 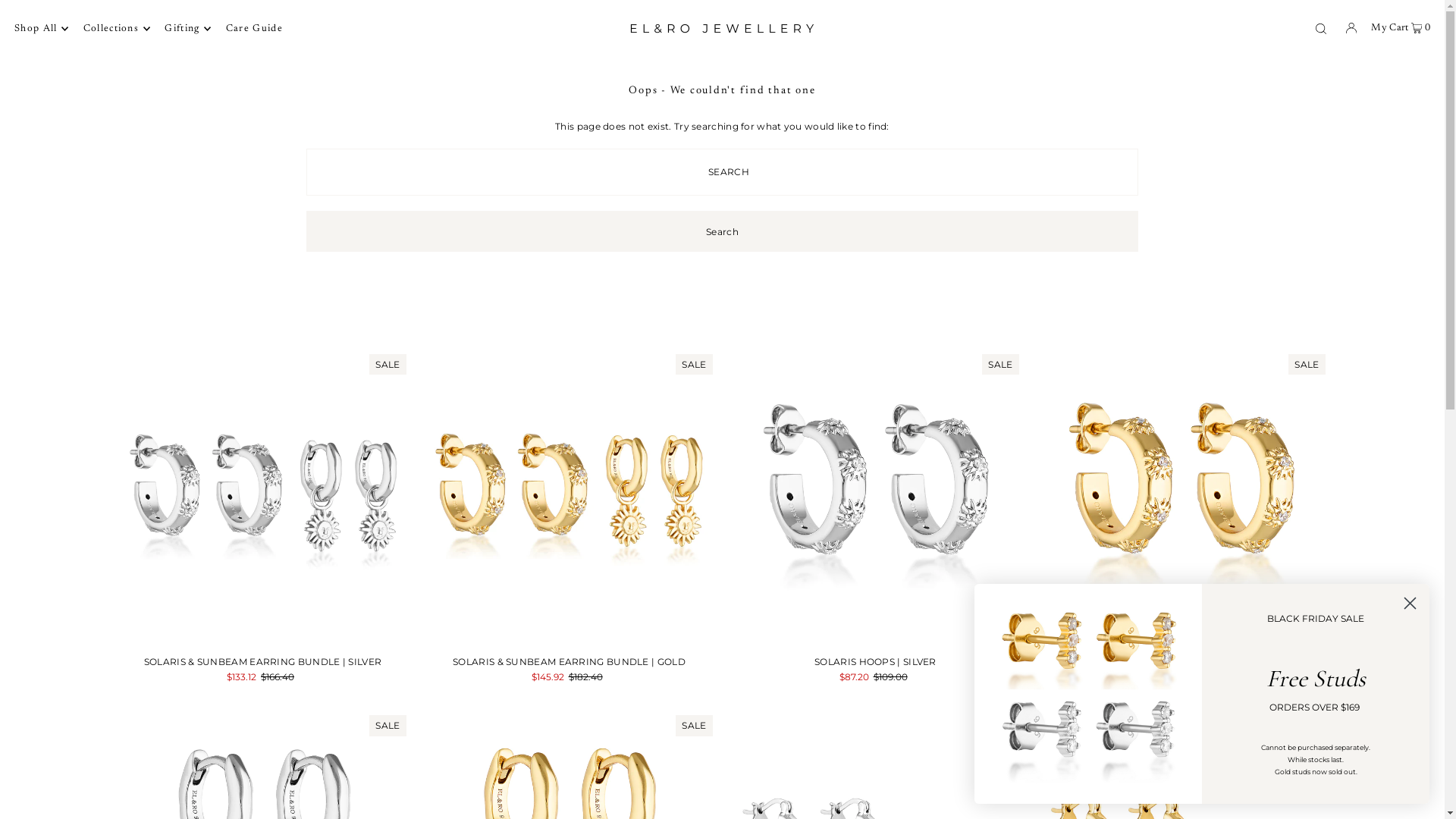 What do you see at coordinates (262, 661) in the screenshot?
I see `'SOLARIS & SUNBEAM EARRING BUNDLE | SILVER'` at bounding box center [262, 661].